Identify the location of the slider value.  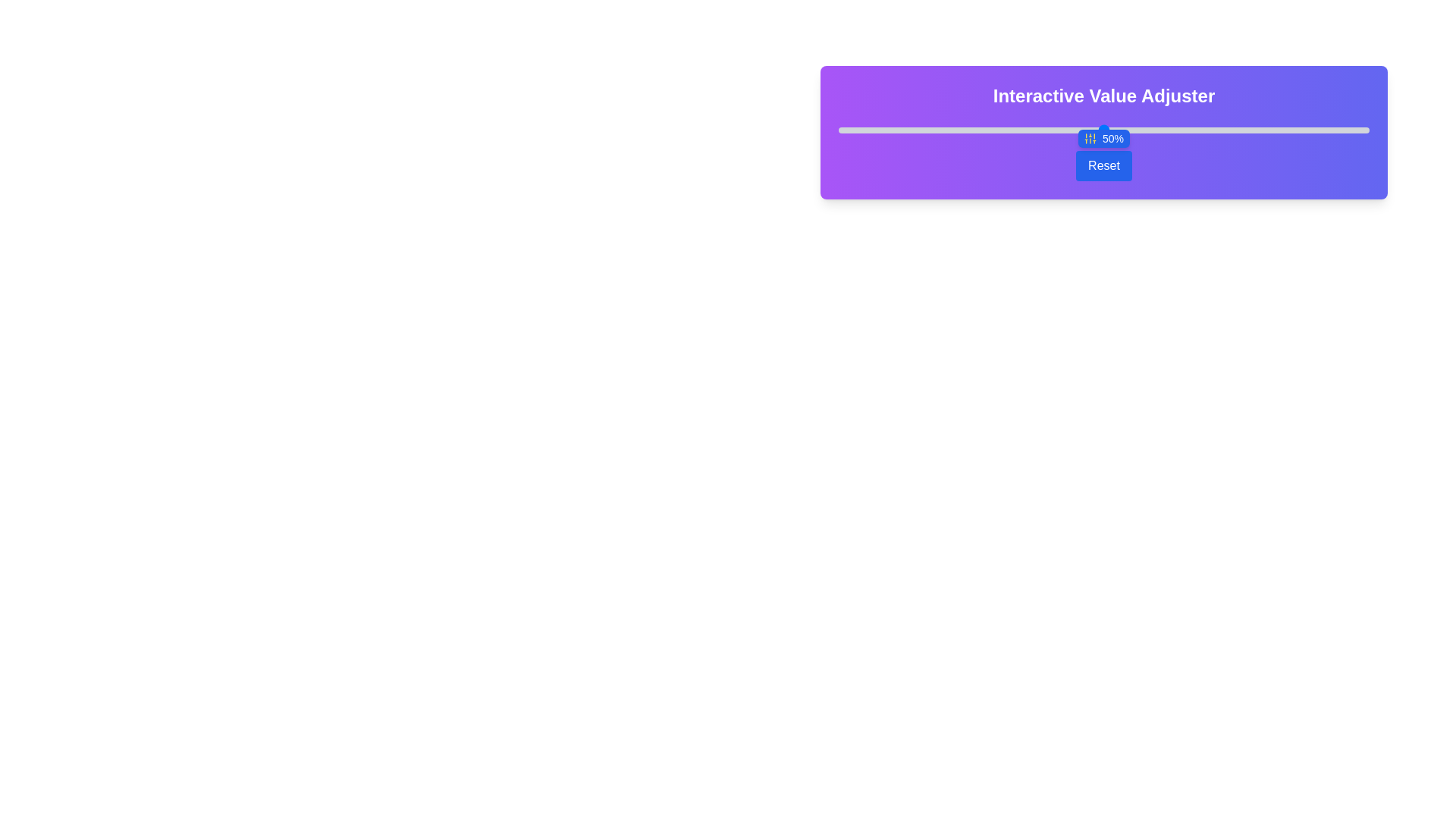
(1284, 130).